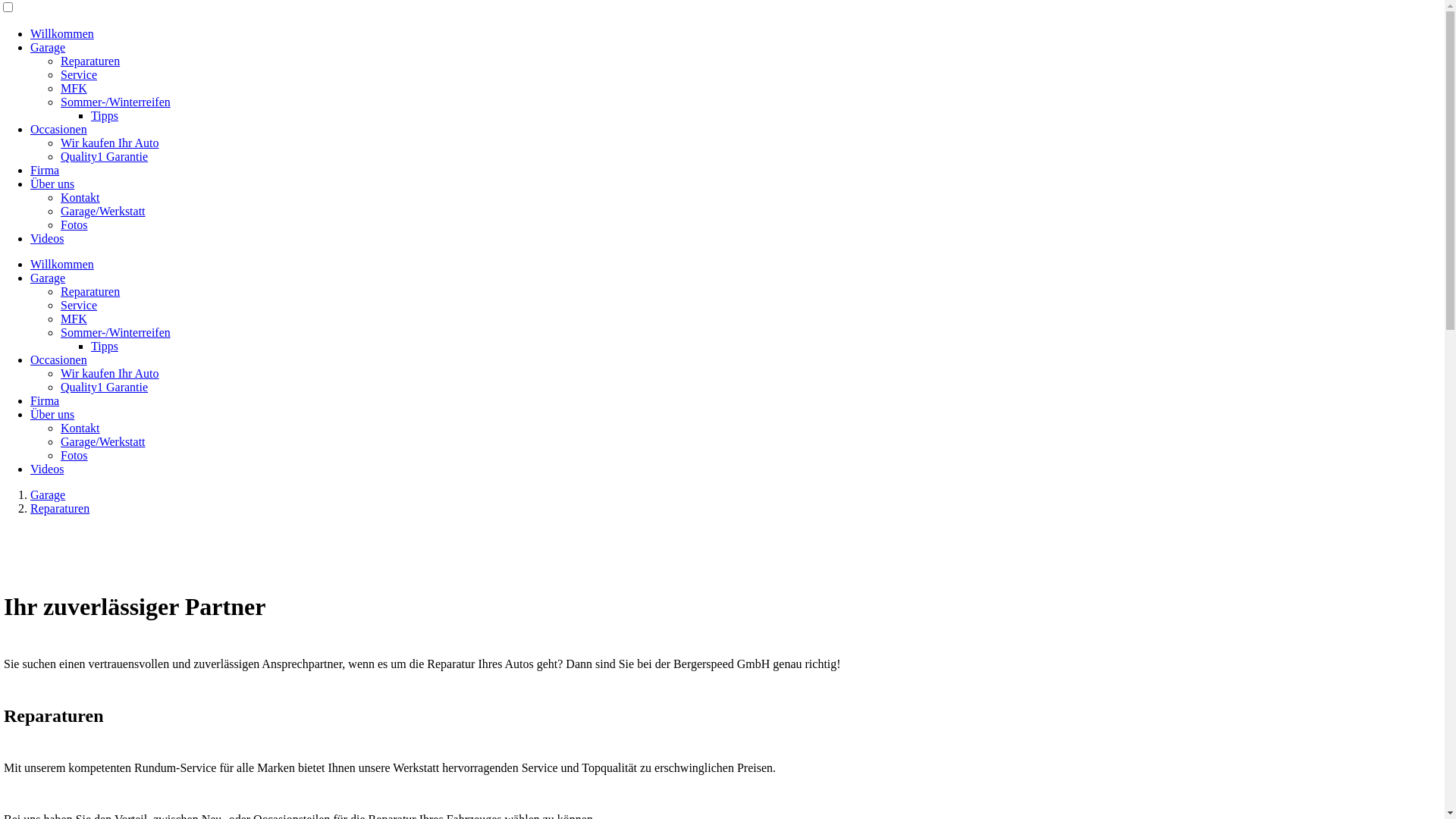 The width and height of the screenshot is (1456, 819). I want to click on 'Service', so click(78, 305).